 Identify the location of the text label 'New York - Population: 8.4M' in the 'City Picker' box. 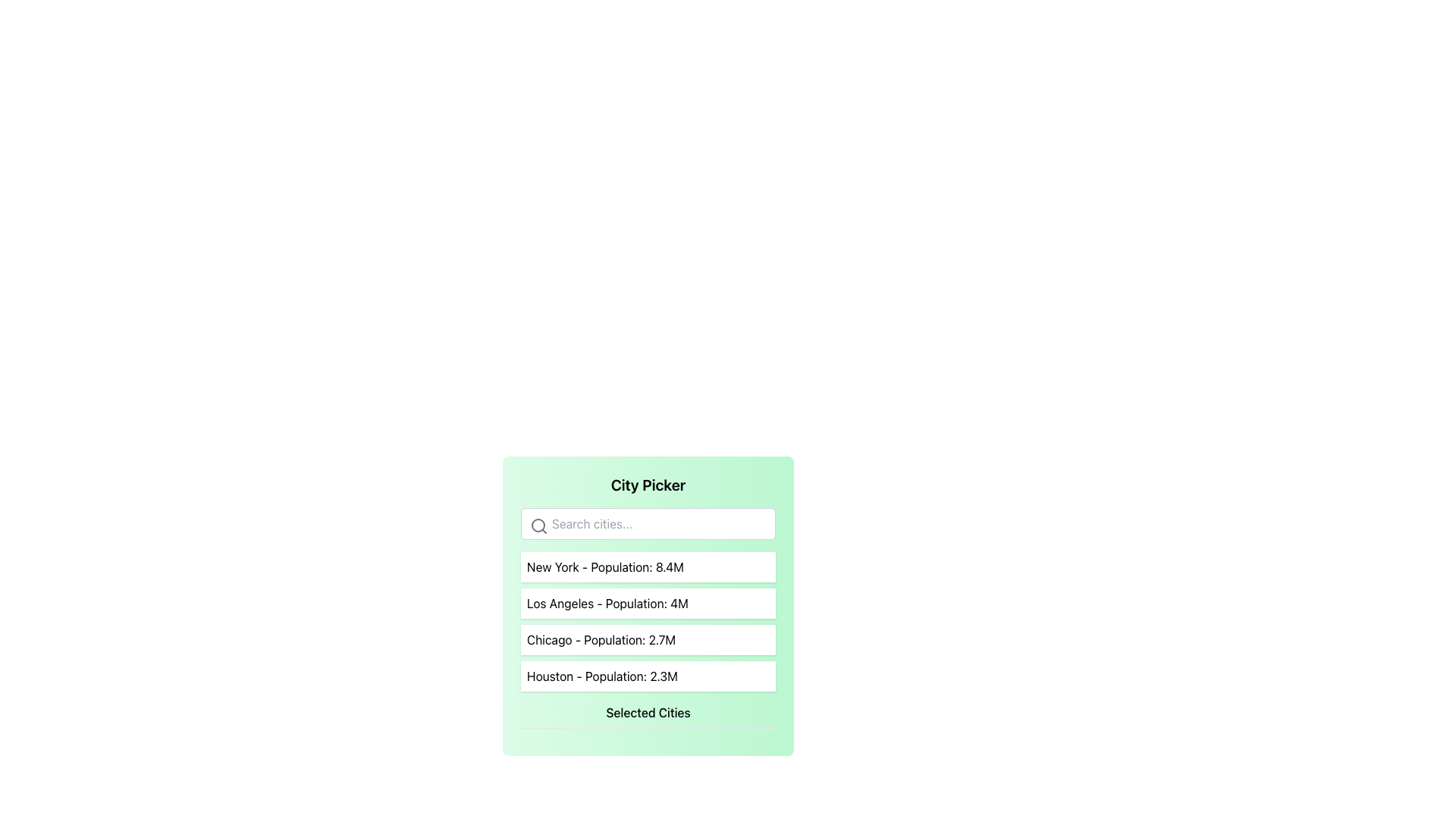
(604, 567).